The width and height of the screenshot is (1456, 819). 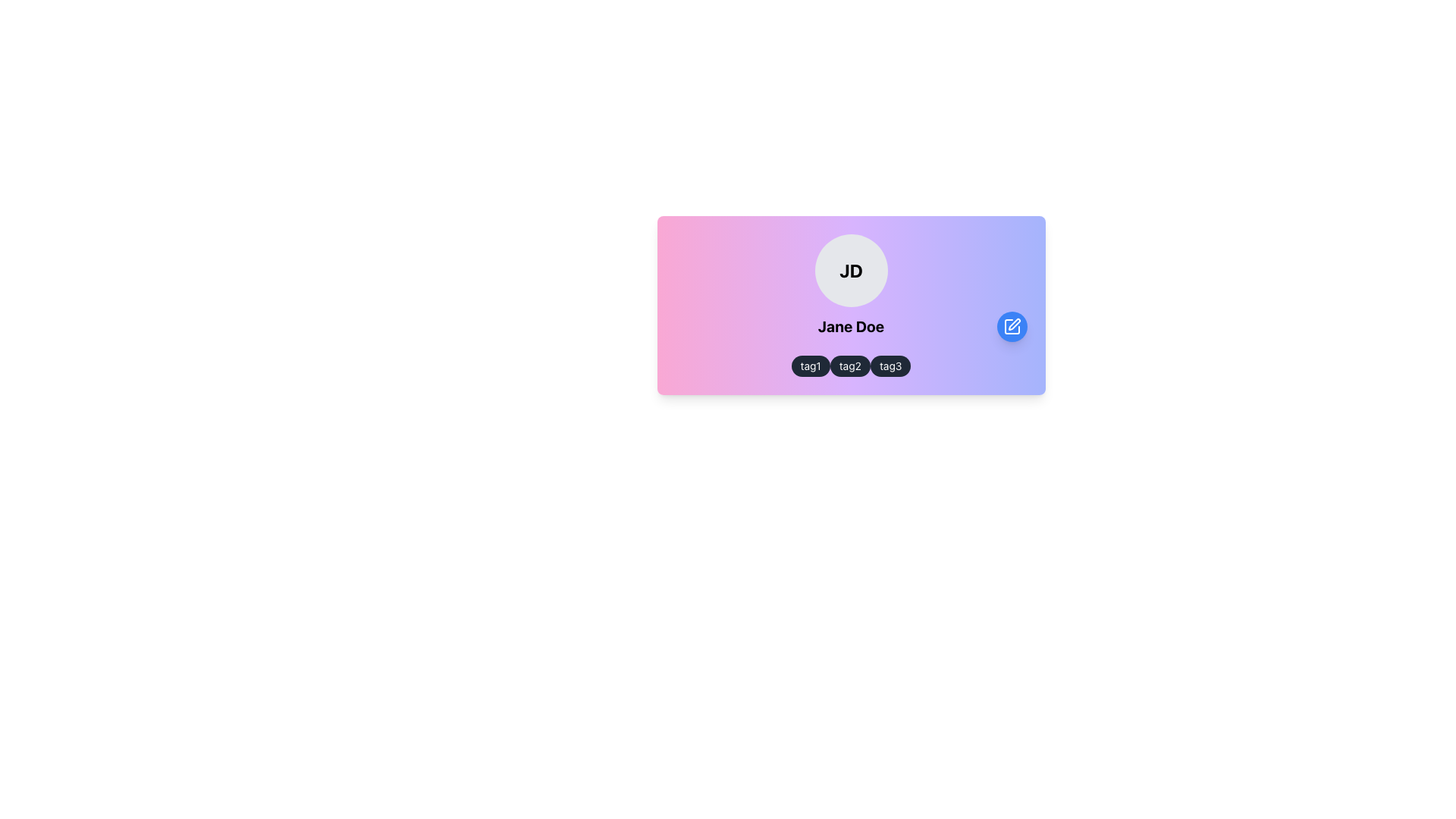 I want to click on the non-interactive text label with dark gray background displaying 'tag2', which is the second tag in a horizontal sequence below the user information, so click(x=850, y=366).